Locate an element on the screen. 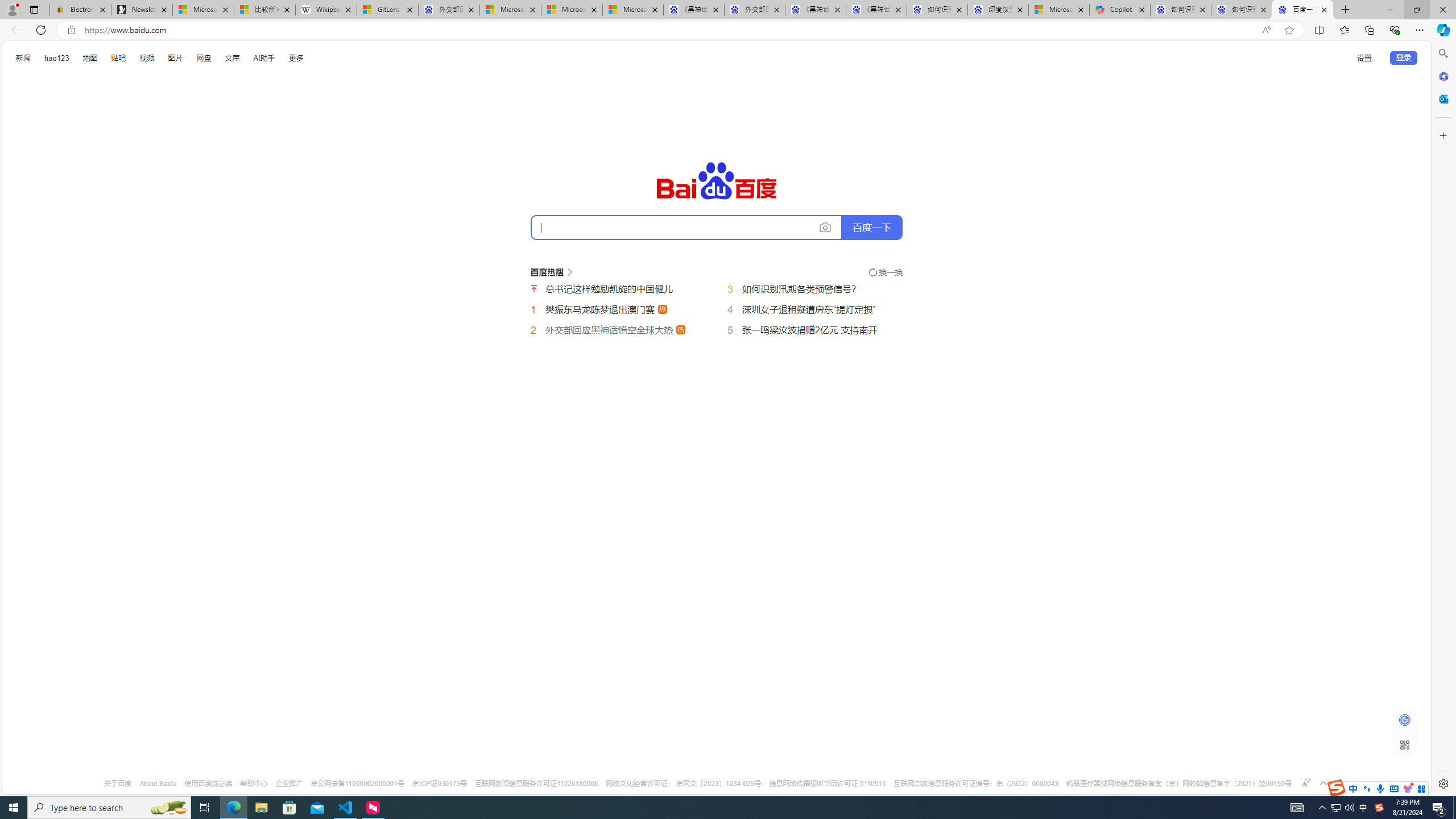 The image size is (1456, 819). 'AutomationID: kw' is located at coordinates (686, 226).